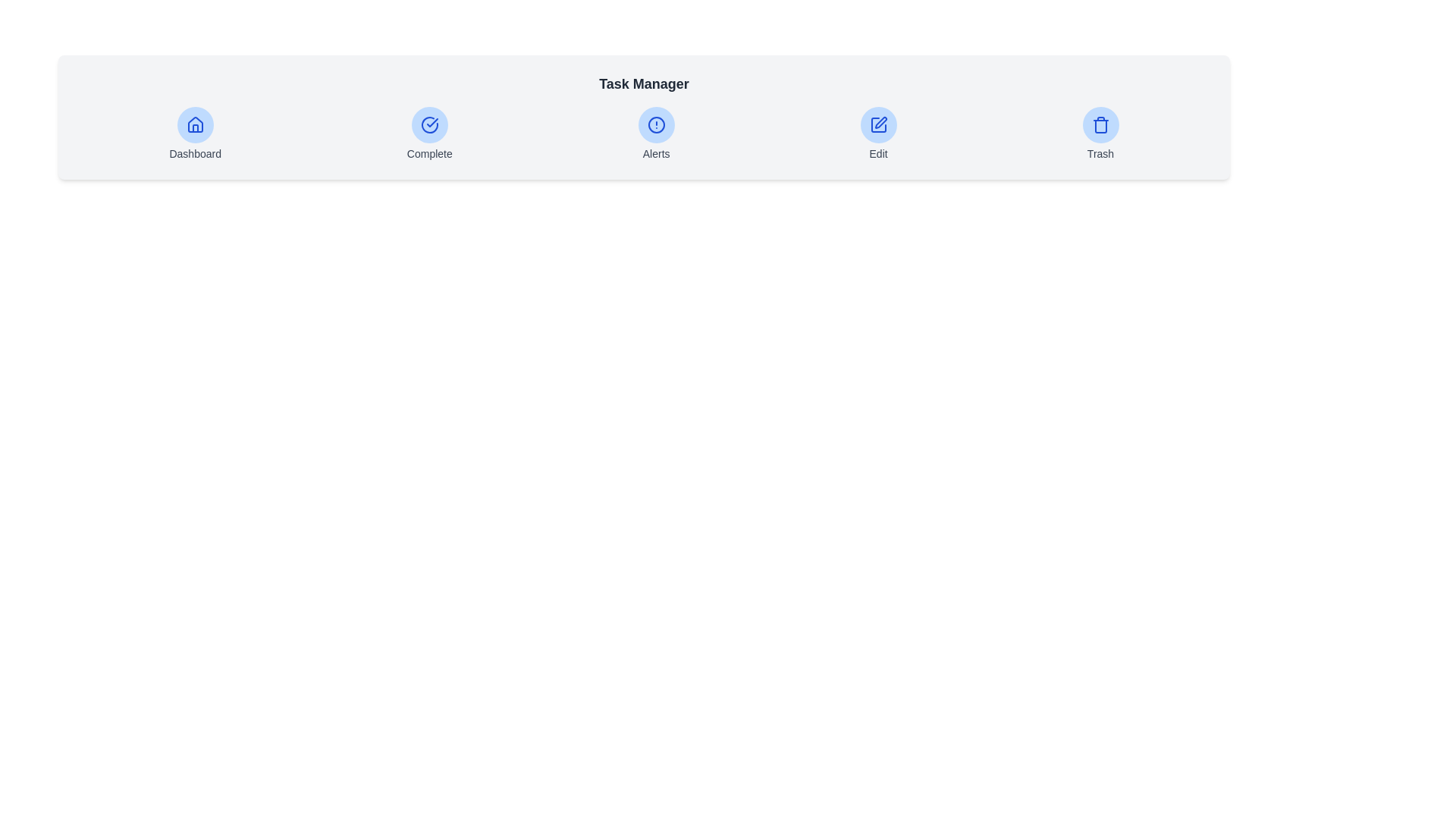  I want to click on the 'Complete' status indicator icon located in the top navigation bar, so click(428, 124).